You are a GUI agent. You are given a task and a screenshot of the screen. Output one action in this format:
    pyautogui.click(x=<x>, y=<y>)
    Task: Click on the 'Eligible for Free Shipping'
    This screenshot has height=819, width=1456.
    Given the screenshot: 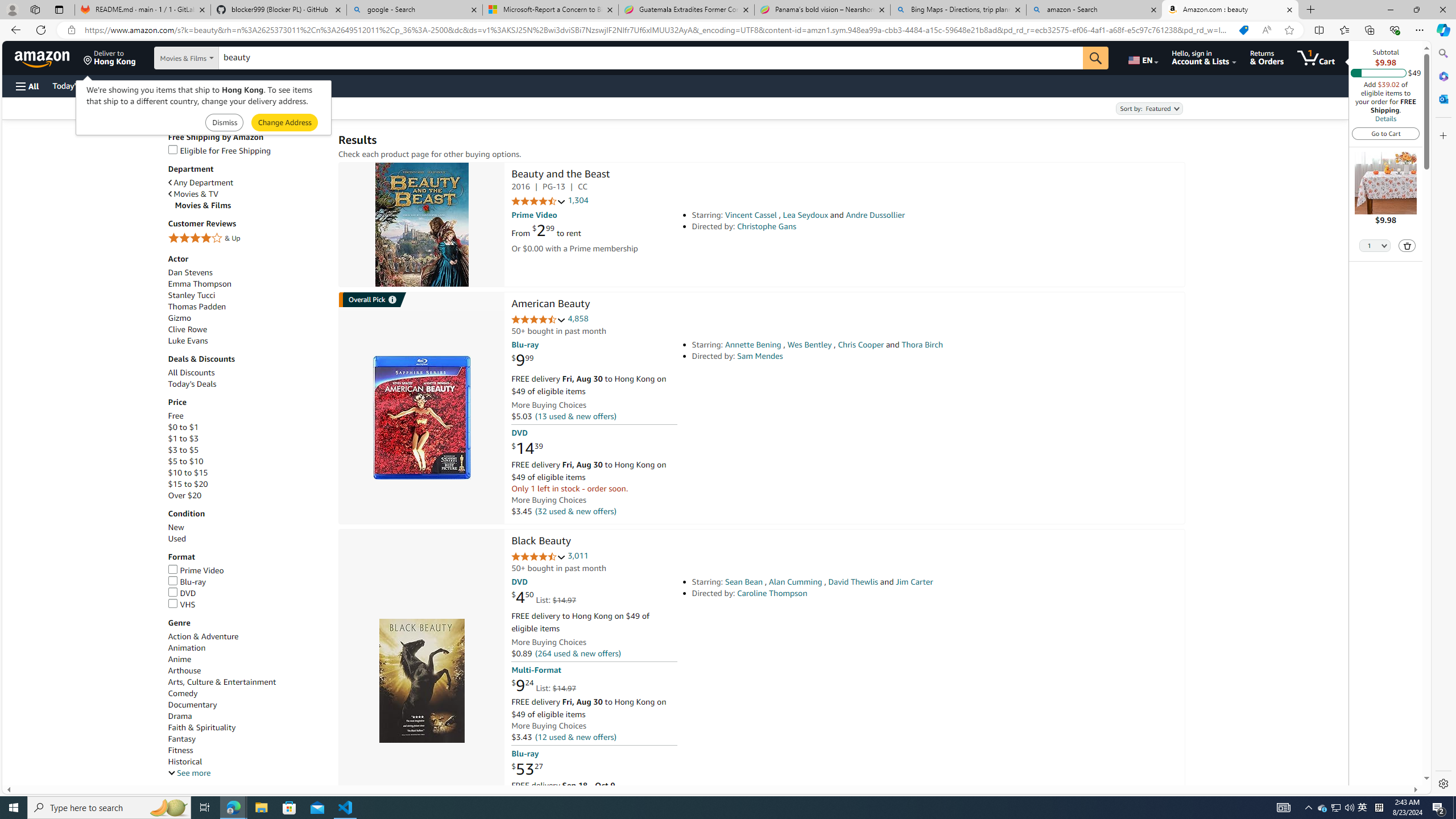 What is the action you would take?
    pyautogui.click(x=218, y=150)
    